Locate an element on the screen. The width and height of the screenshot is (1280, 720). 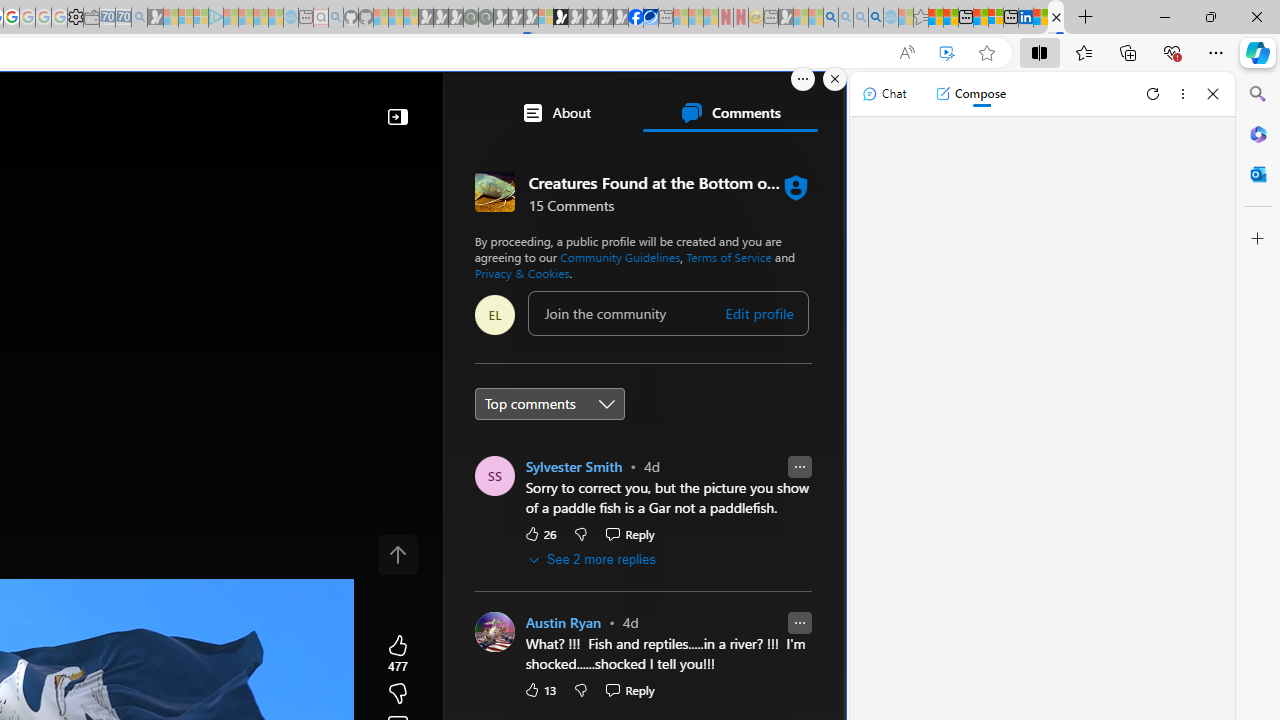
'Community Guidelines' is located at coordinates (619, 255).